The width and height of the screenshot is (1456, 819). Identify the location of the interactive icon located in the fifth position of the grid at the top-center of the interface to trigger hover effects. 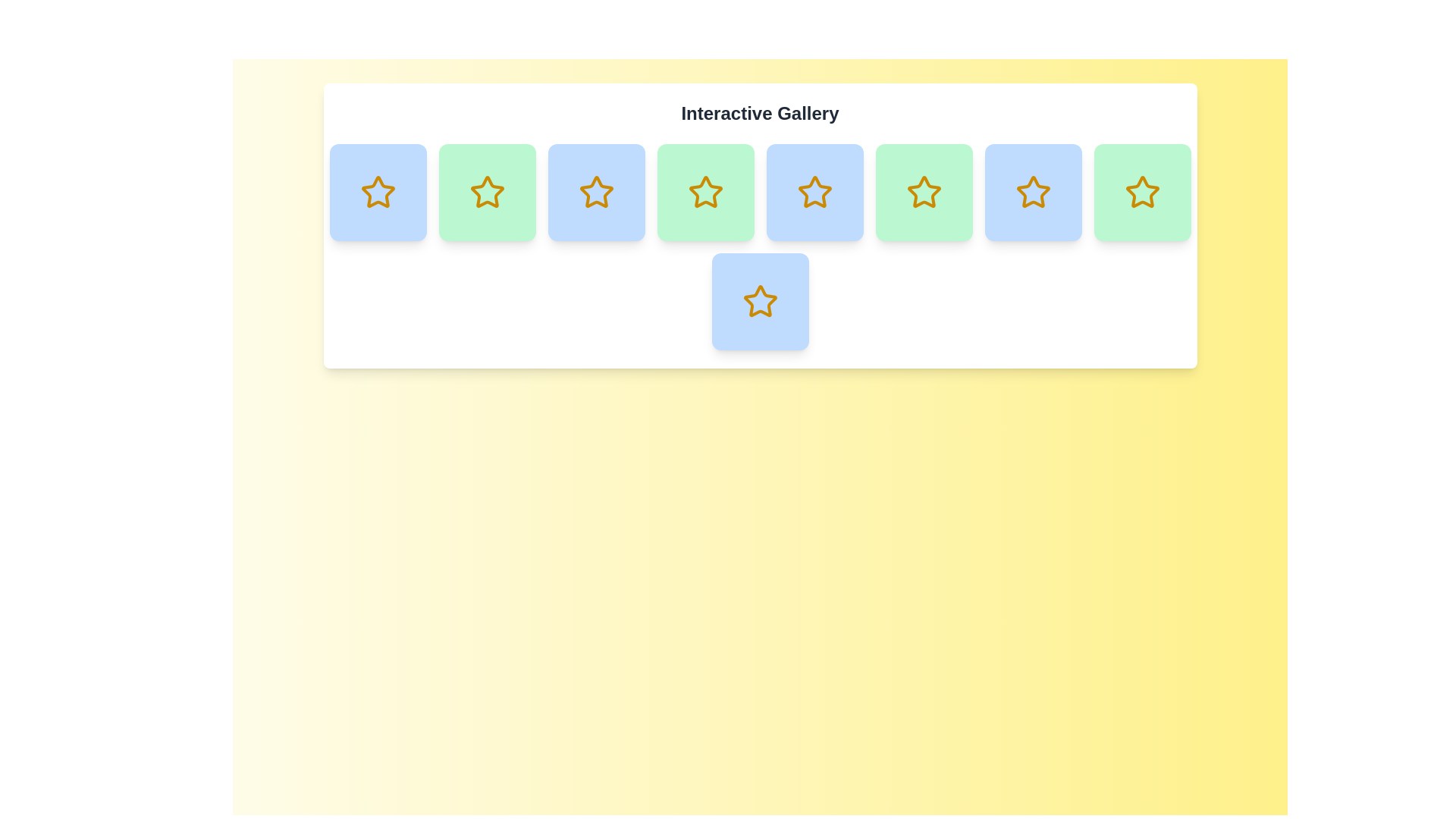
(1032, 192).